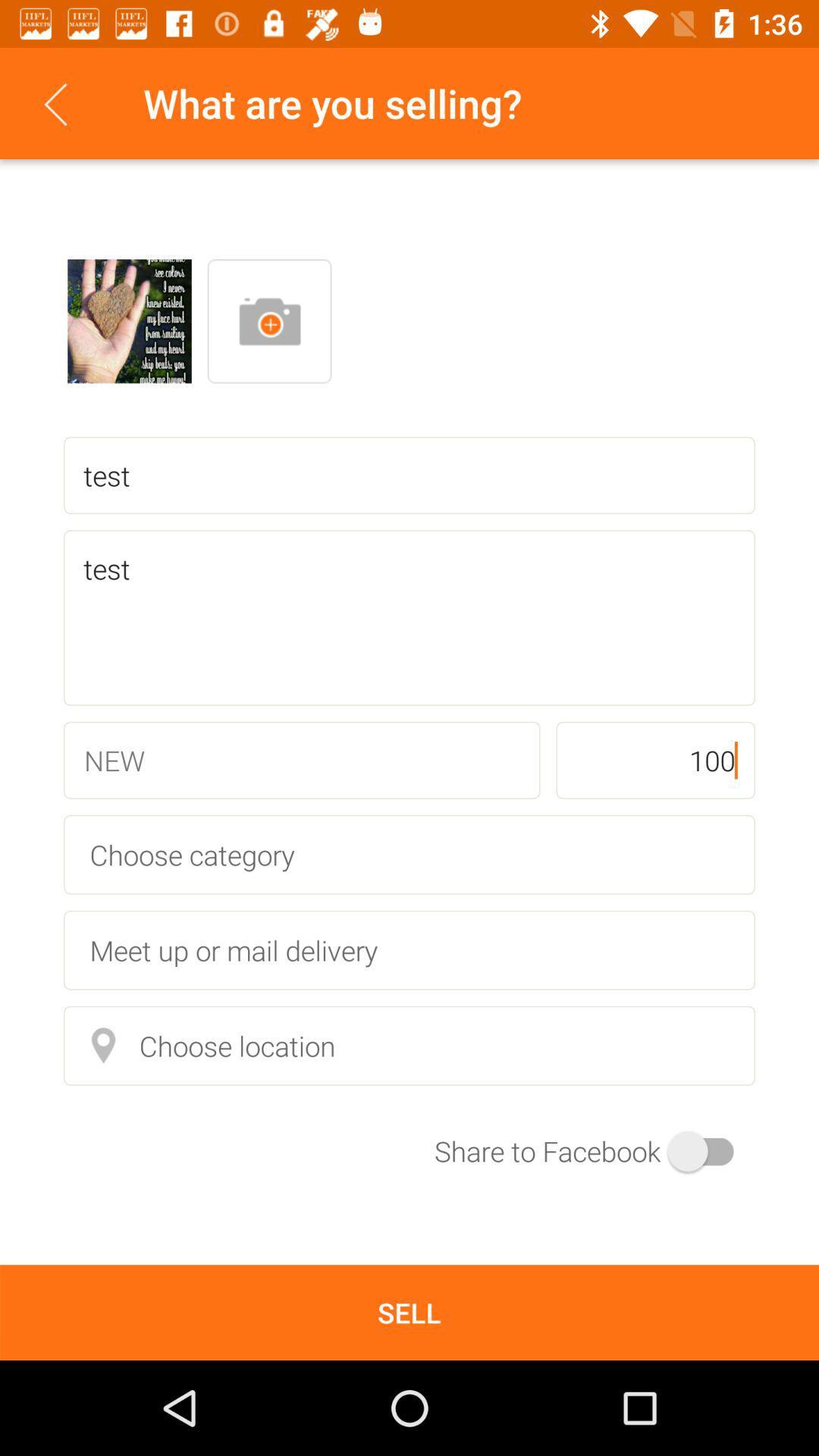 This screenshot has height=1456, width=819. What do you see at coordinates (594, 1151) in the screenshot?
I see `the icon at the bottom right corner` at bounding box center [594, 1151].